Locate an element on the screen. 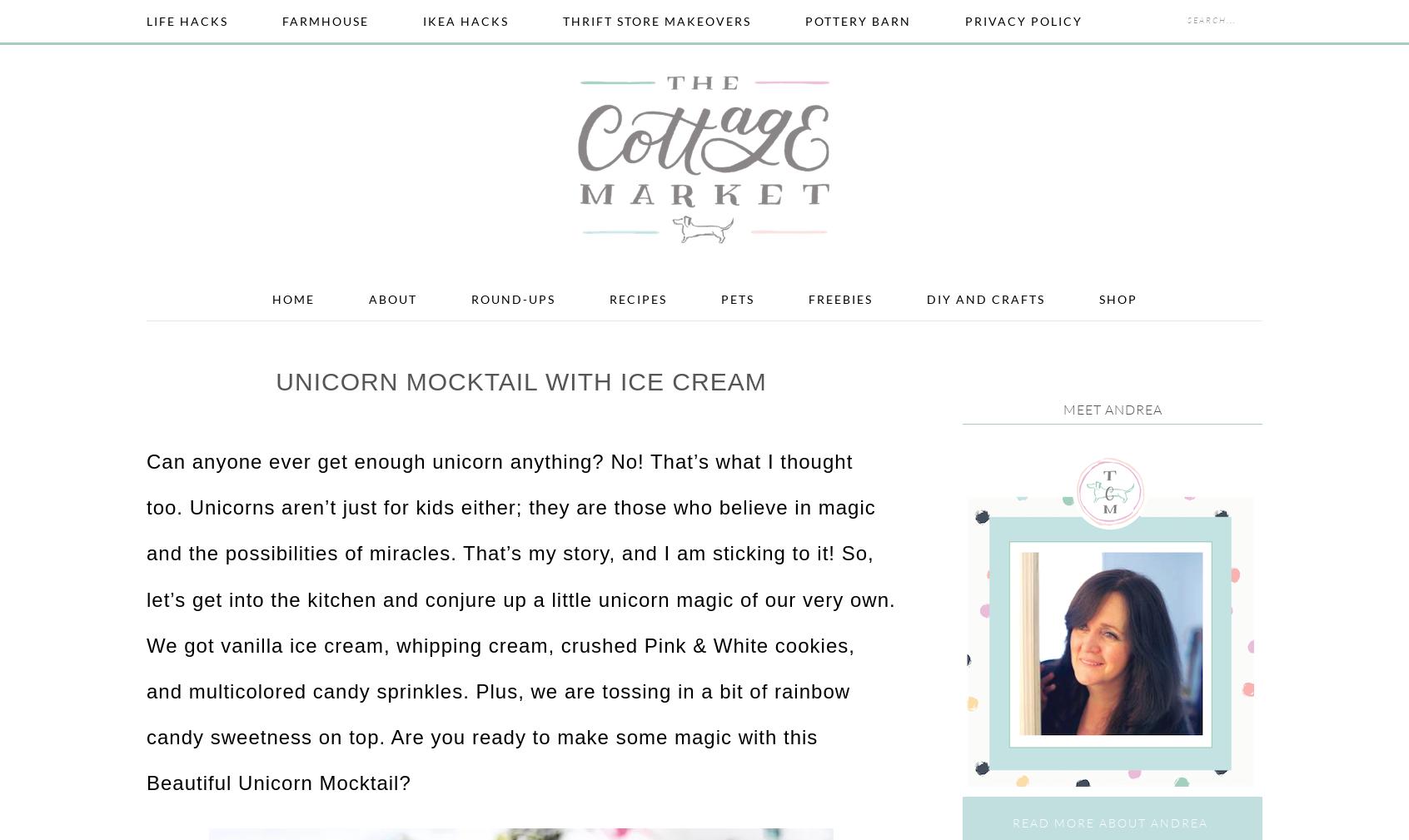  'Shop' is located at coordinates (1098, 298).